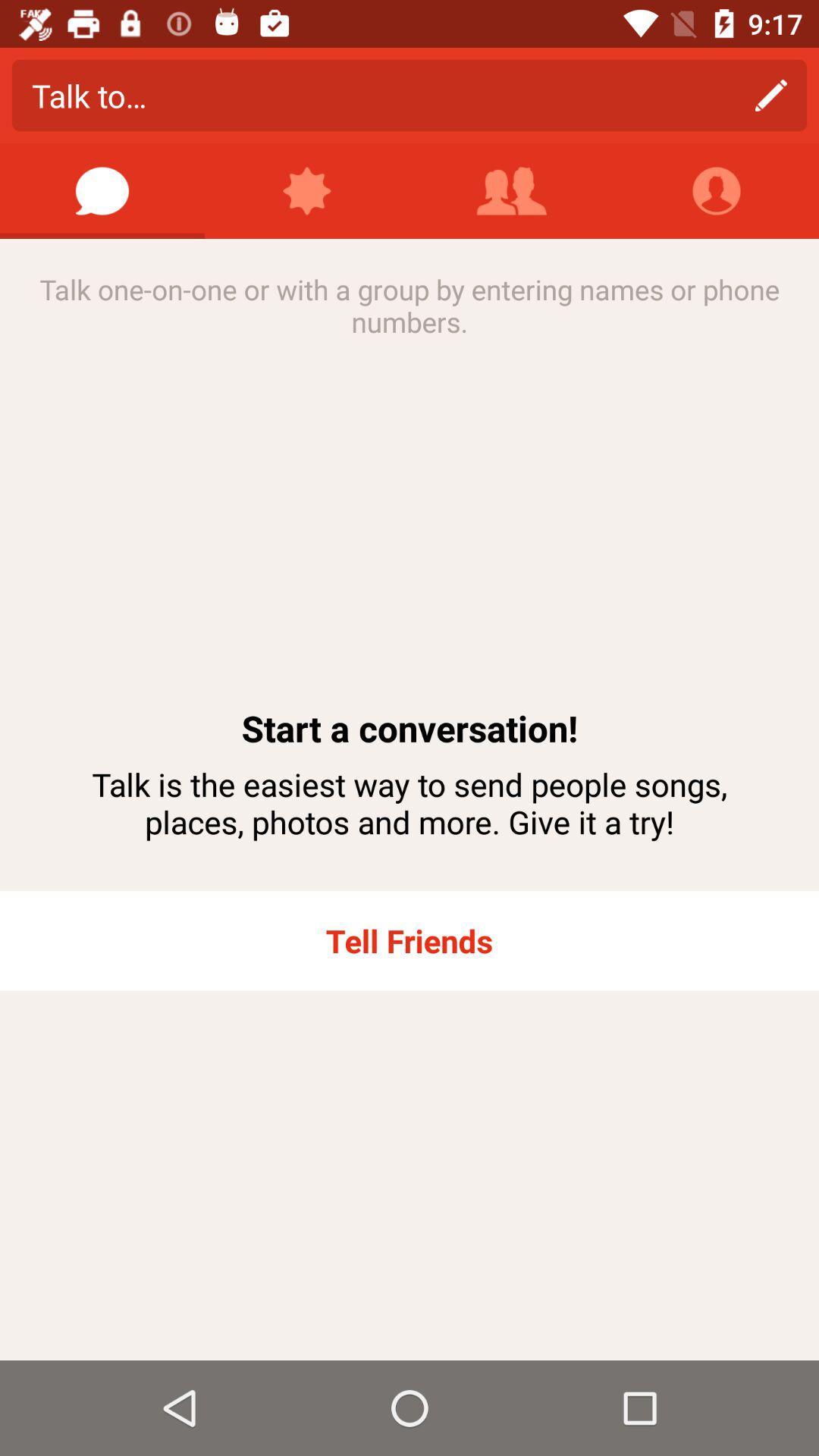  Describe the element at coordinates (409, 940) in the screenshot. I see `the tell friends icon` at that location.